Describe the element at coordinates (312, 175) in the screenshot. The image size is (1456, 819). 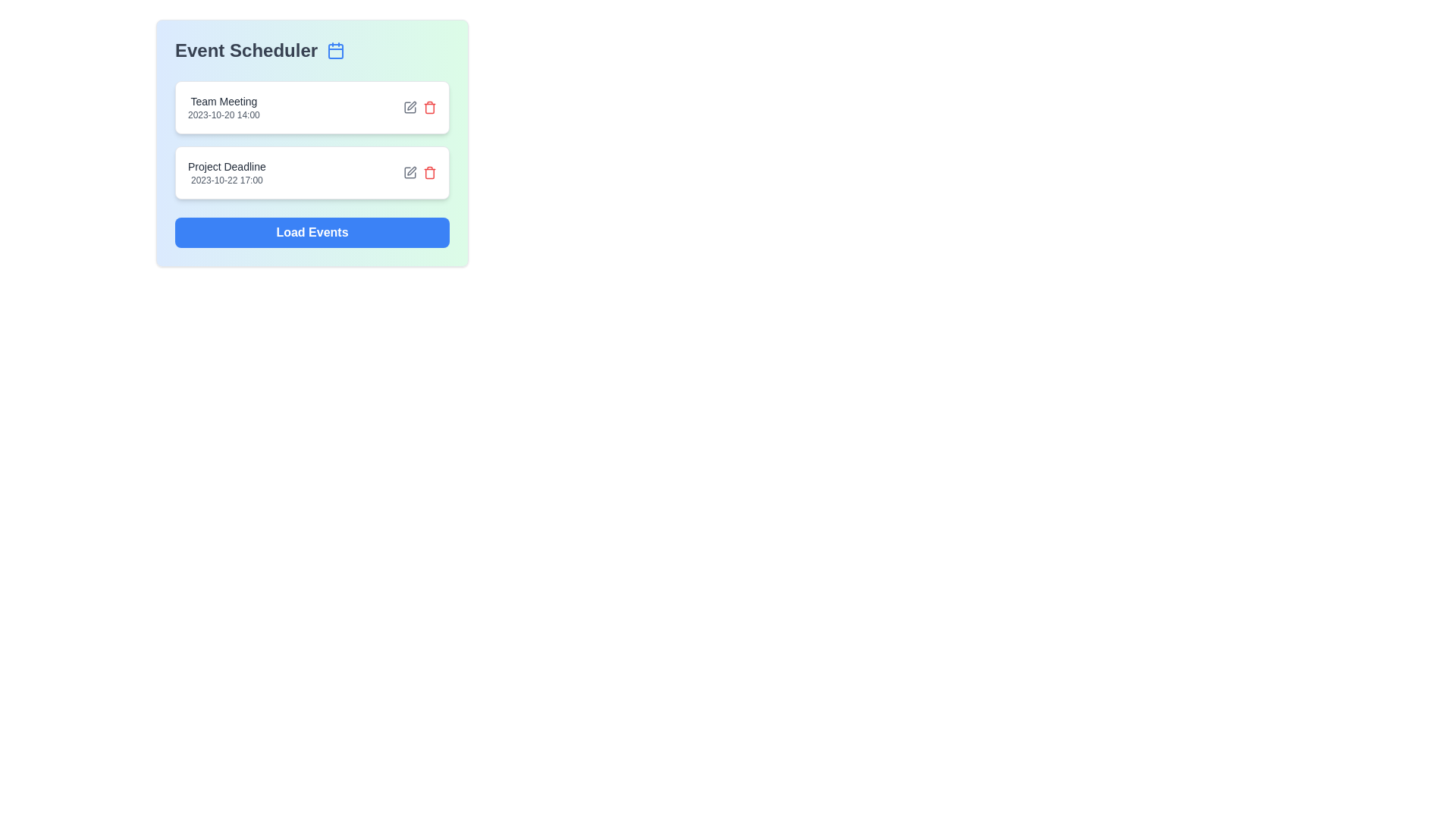
I see `the displayed events within the event scheduler interface, specifically targeting the highlighted second event located between the 'Team Meeting' entry and the 'Load Events' button` at that location.